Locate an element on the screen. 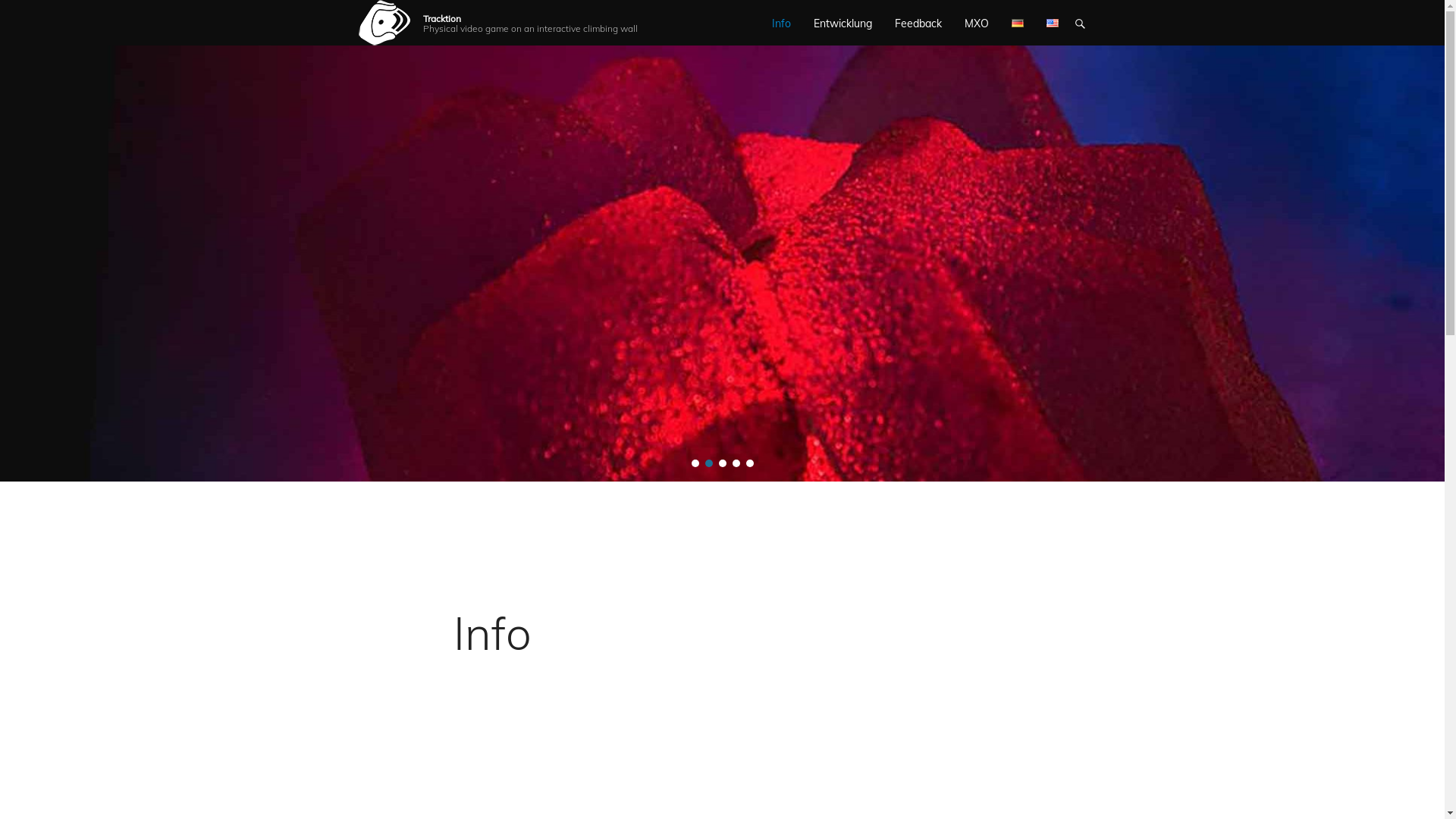 The image size is (1456, 819). 'Feedback' is located at coordinates (917, 22).